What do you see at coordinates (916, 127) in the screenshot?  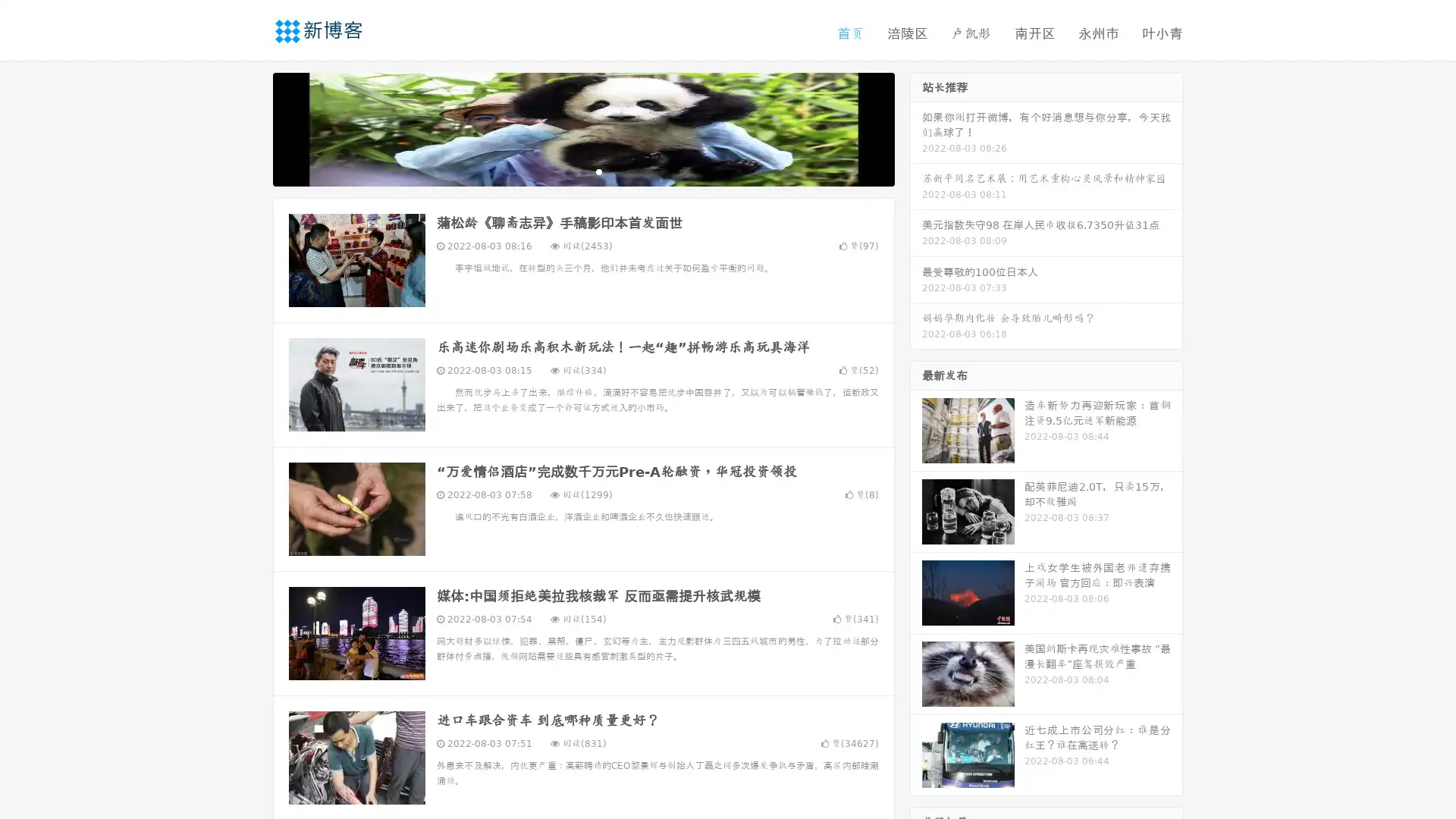 I see `Next slide` at bounding box center [916, 127].